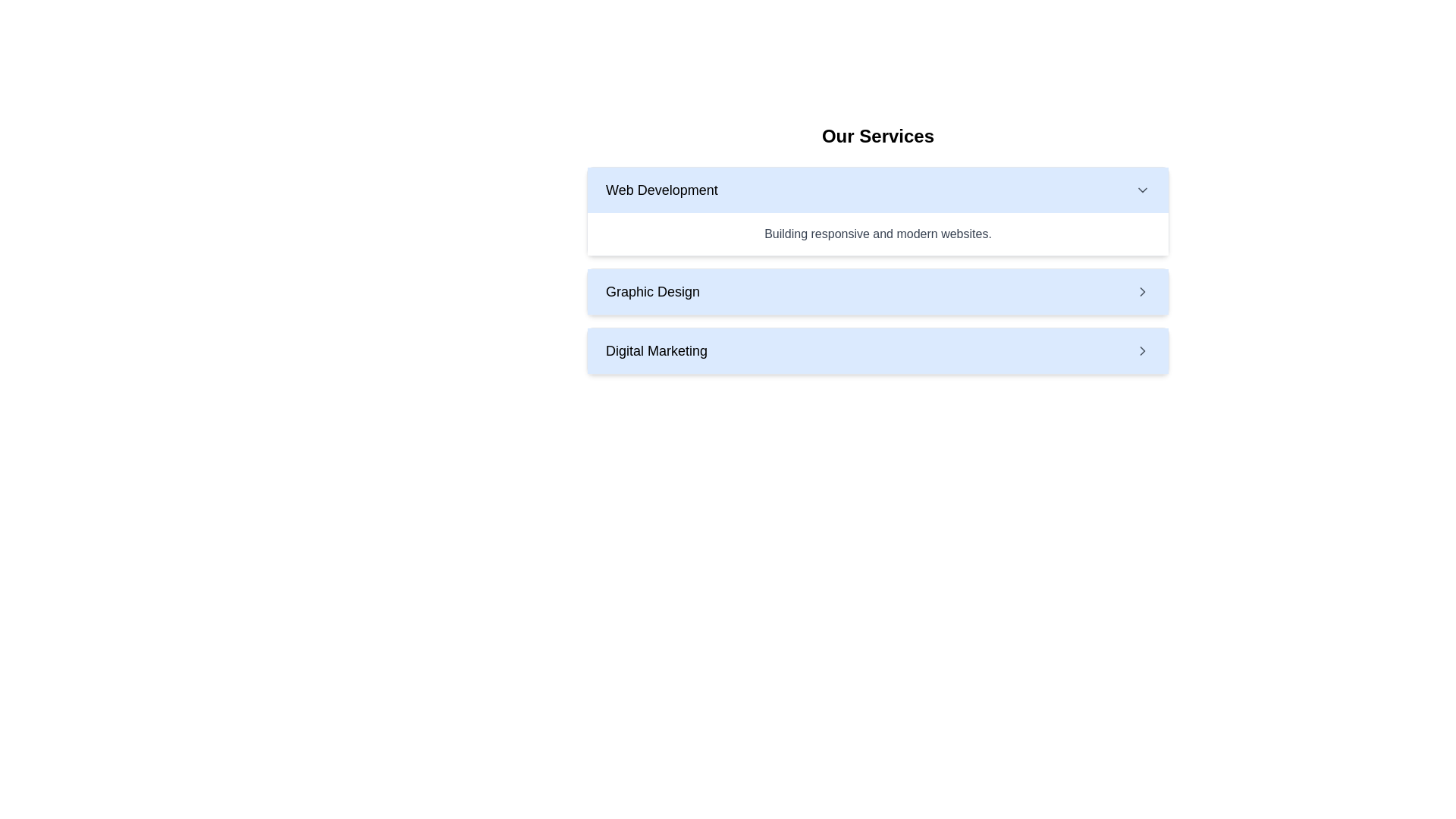 The height and width of the screenshot is (819, 1456). Describe the element at coordinates (877, 270) in the screenshot. I see `the 'Graphic Design' item in the services list under the 'Web Development' section` at that location.